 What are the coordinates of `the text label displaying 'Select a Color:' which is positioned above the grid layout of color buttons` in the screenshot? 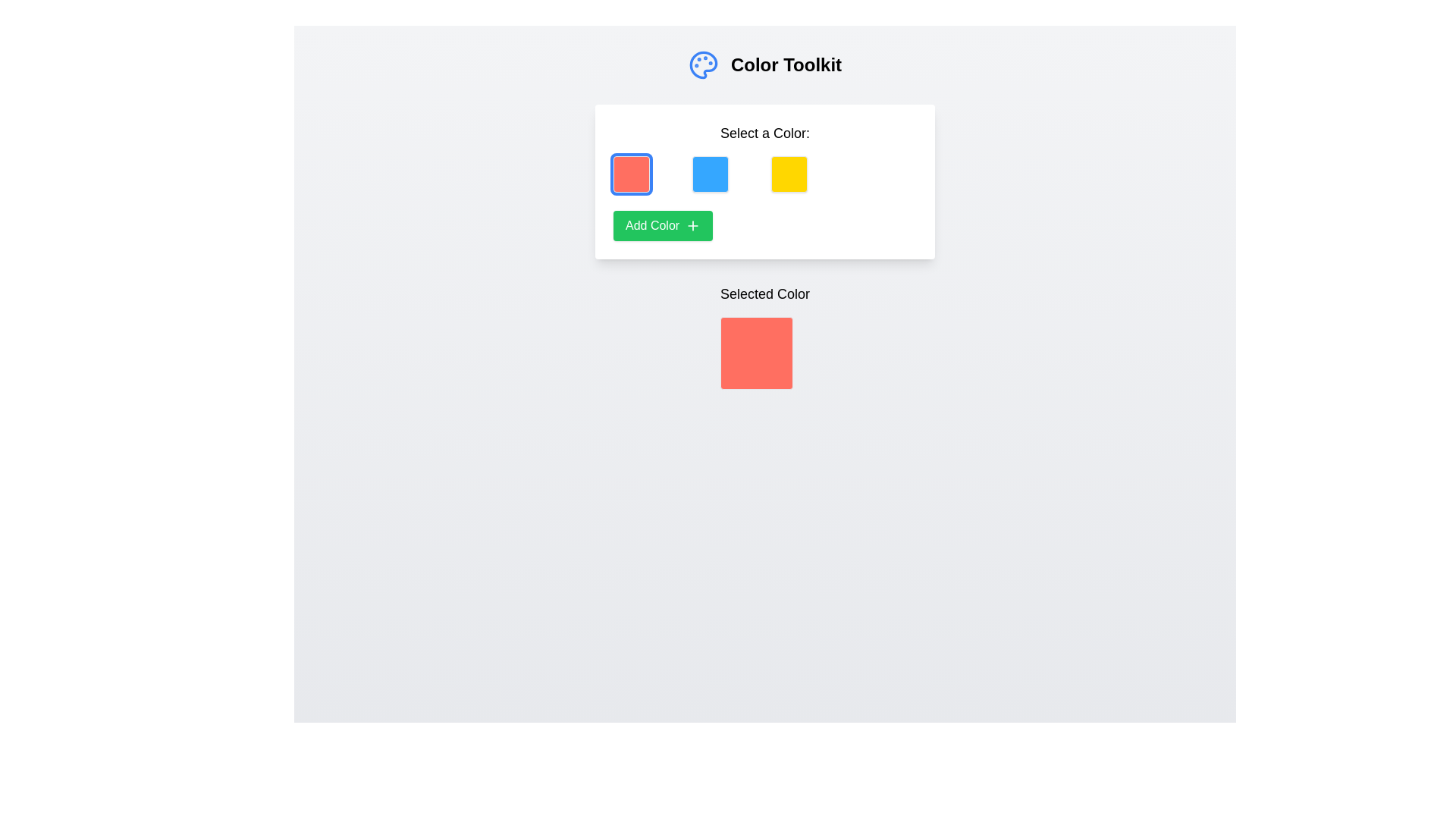 It's located at (764, 133).